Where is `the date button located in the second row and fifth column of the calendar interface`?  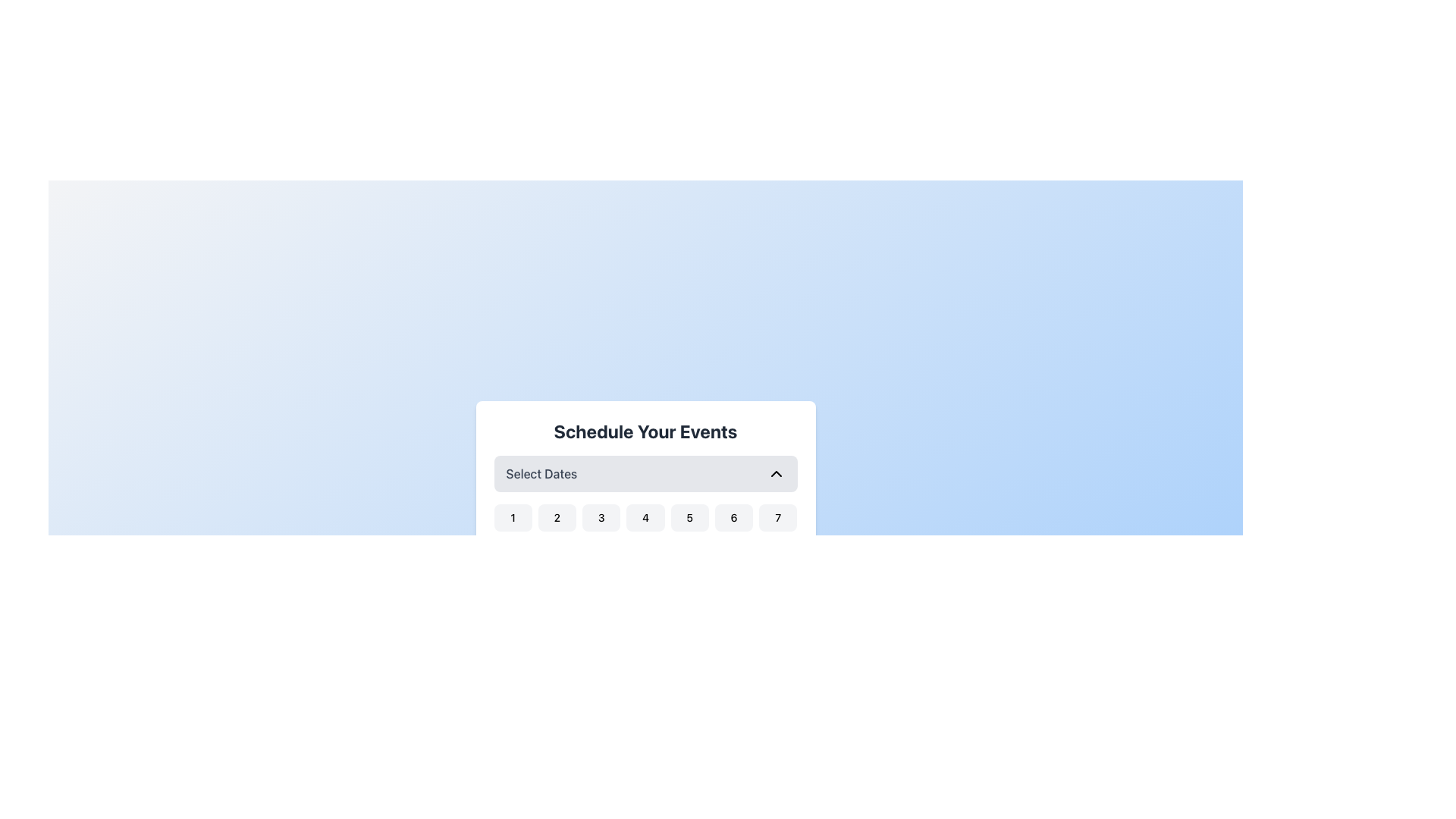
the date button located in the second row and fifth column of the calendar interface is located at coordinates (689, 551).